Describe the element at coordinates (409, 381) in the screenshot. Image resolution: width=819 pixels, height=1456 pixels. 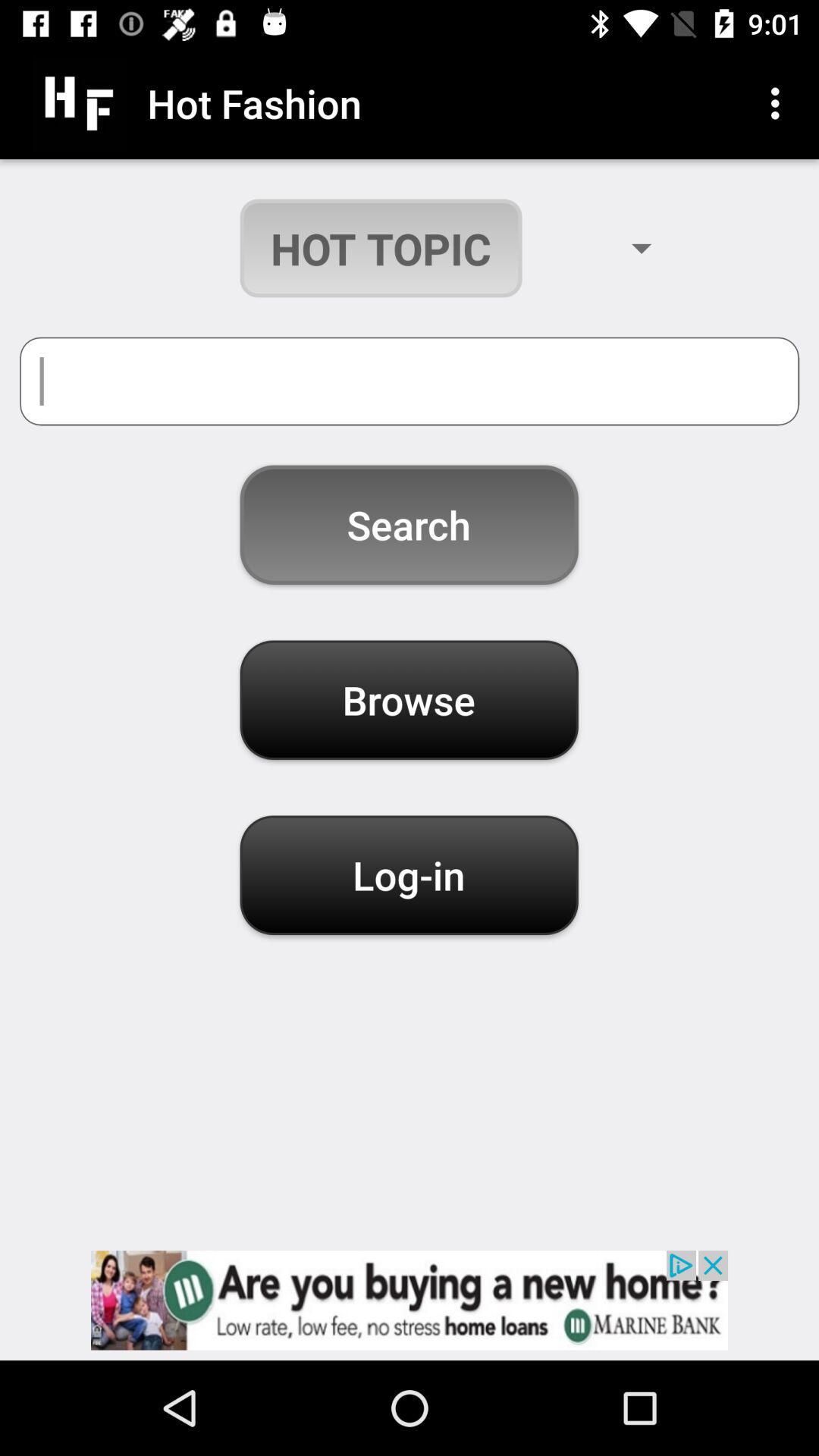
I see `topic bar` at that location.